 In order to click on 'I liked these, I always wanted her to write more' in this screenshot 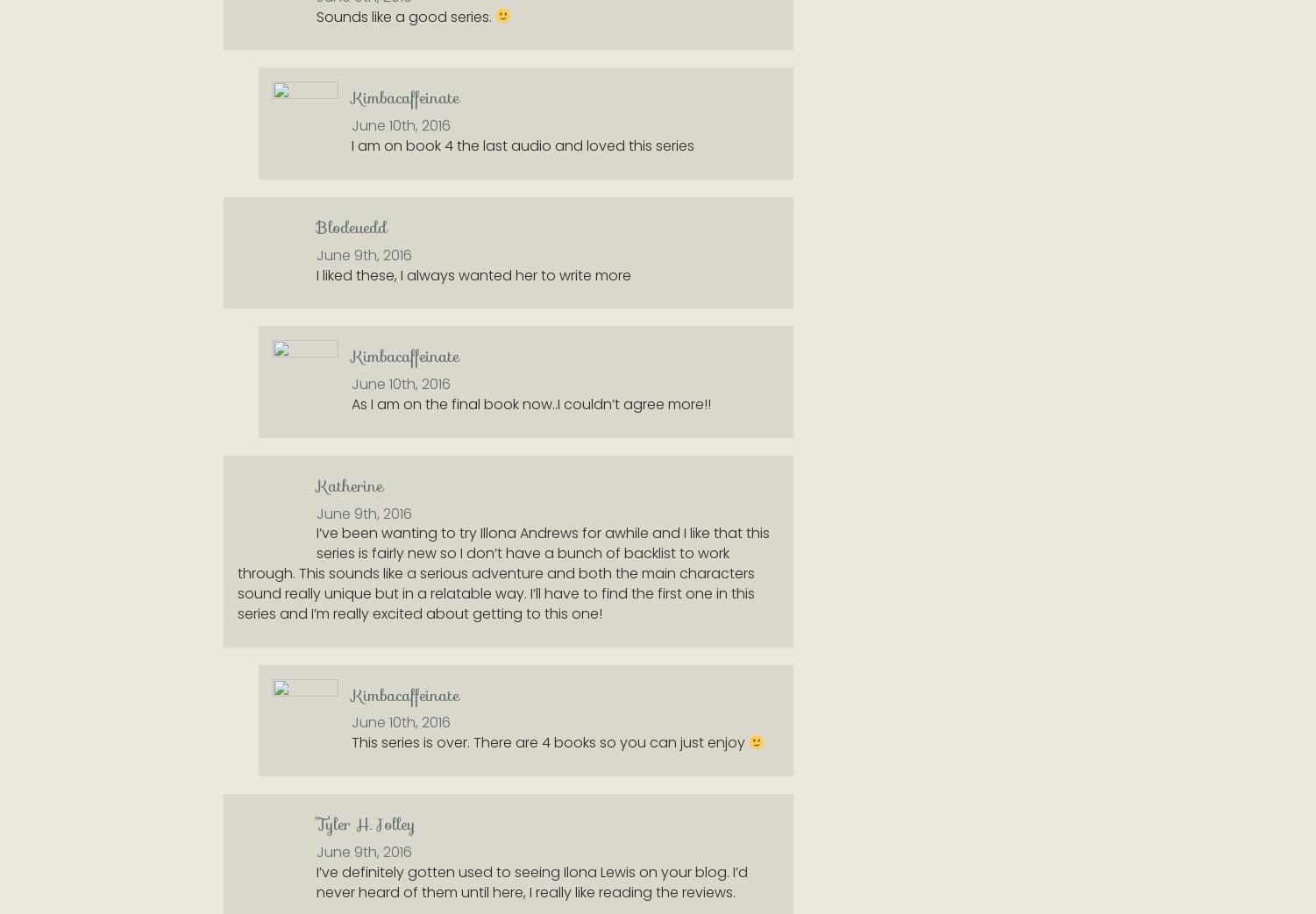, I will do `click(473, 273)`.